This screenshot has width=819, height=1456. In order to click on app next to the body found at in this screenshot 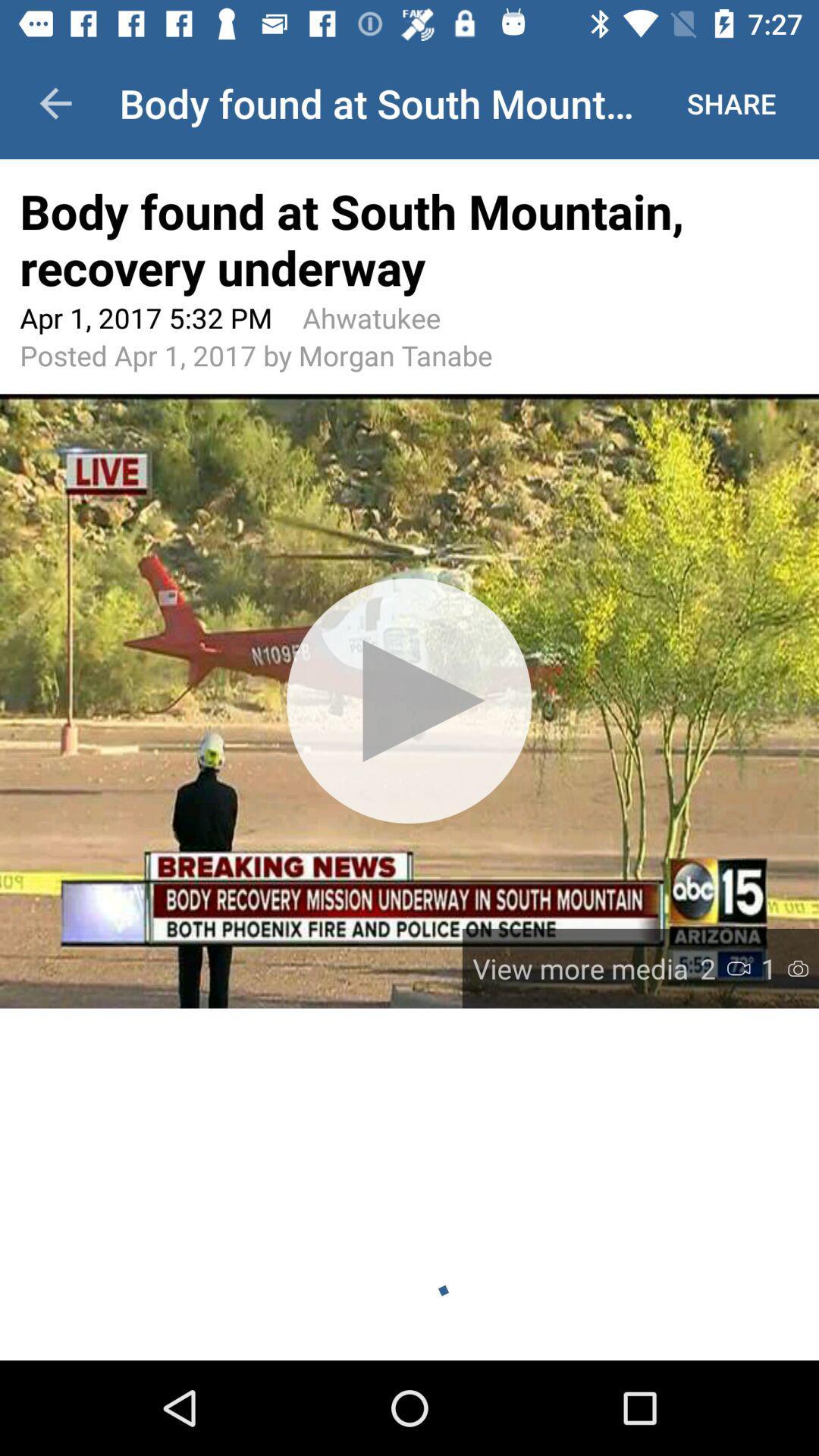, I will do `click(55, 102)`.